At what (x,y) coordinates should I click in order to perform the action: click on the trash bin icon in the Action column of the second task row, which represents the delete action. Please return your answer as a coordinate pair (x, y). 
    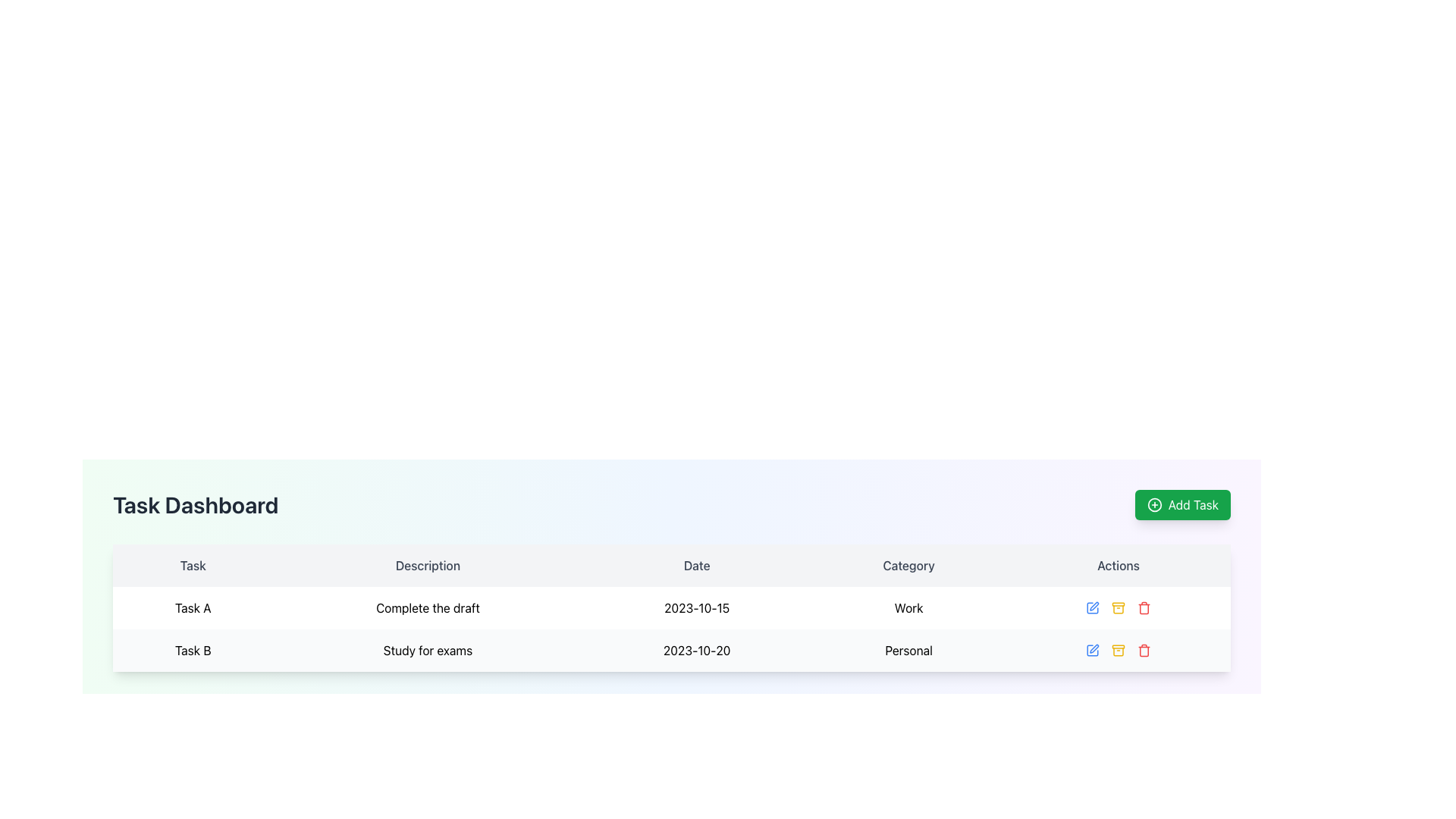
    Looking at the image, I should click on (1144, 651).